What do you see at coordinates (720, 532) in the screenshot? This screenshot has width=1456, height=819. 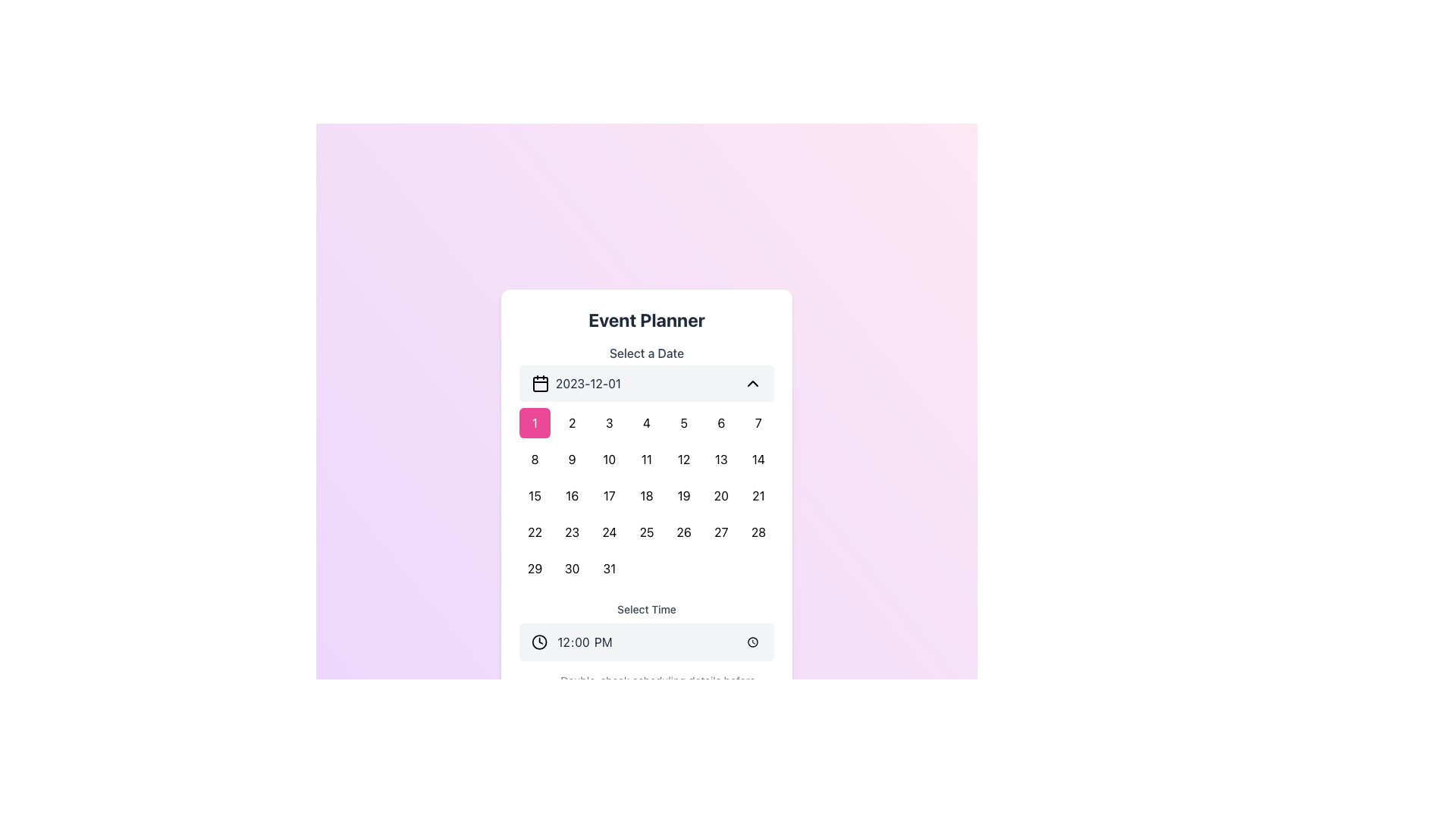 I see `the button displaying the number '27' in the sixth row and sixth column of the calendar grid` at bounding box center [720, 532].